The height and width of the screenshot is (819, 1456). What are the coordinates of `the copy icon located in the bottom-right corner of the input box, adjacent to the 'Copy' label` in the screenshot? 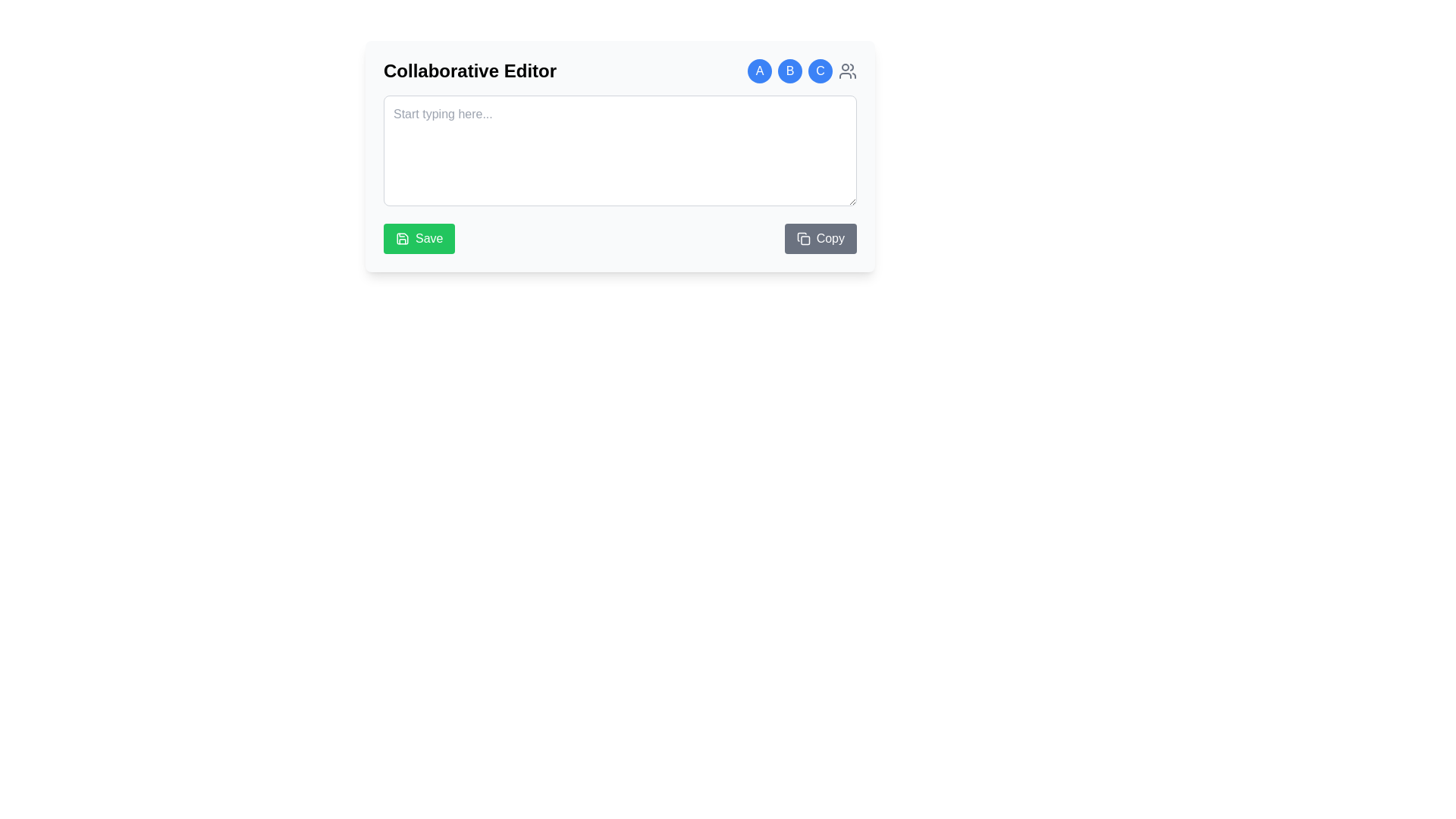 It's located at (802, 239).